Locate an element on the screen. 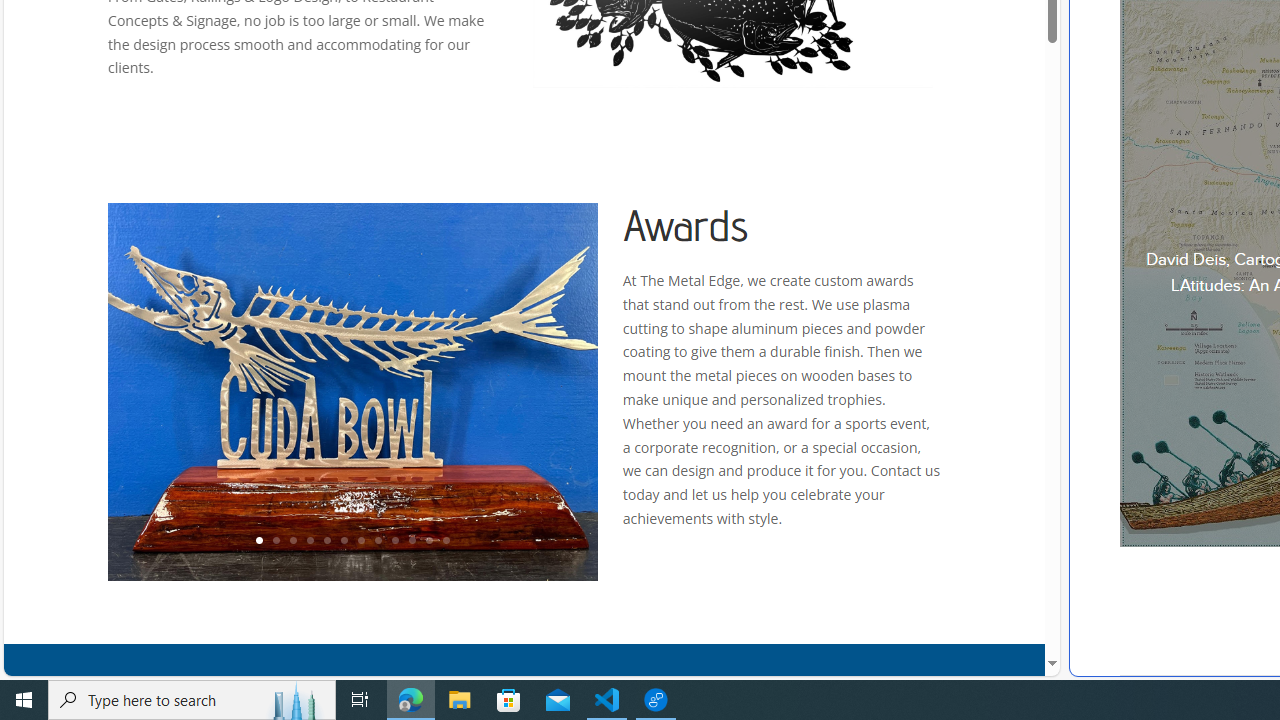 This screenshot has height=720, width=1280. '4' is located at coordinates (308, 541).